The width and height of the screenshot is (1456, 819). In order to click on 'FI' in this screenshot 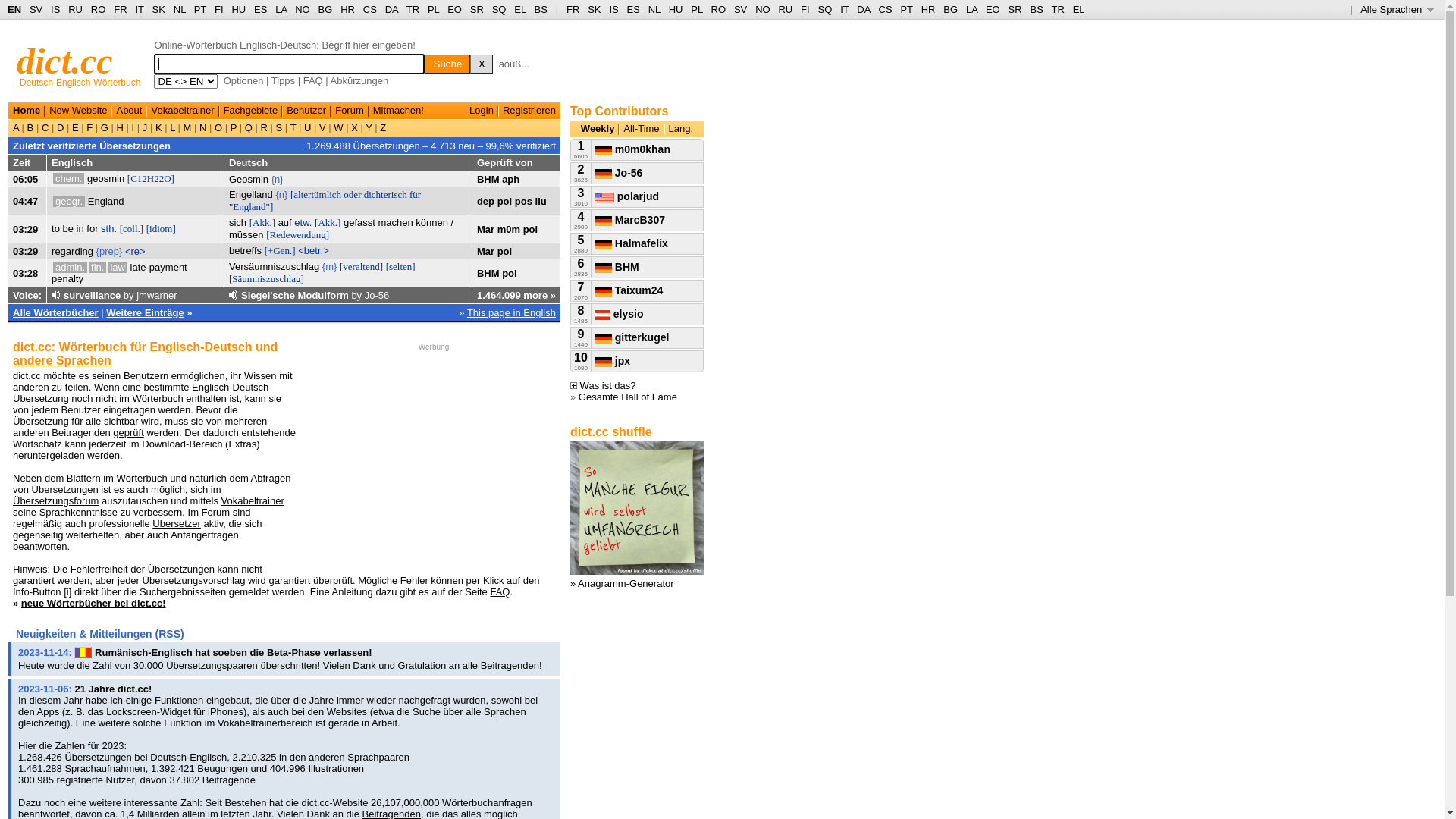, I will do `click(218, 9)`.